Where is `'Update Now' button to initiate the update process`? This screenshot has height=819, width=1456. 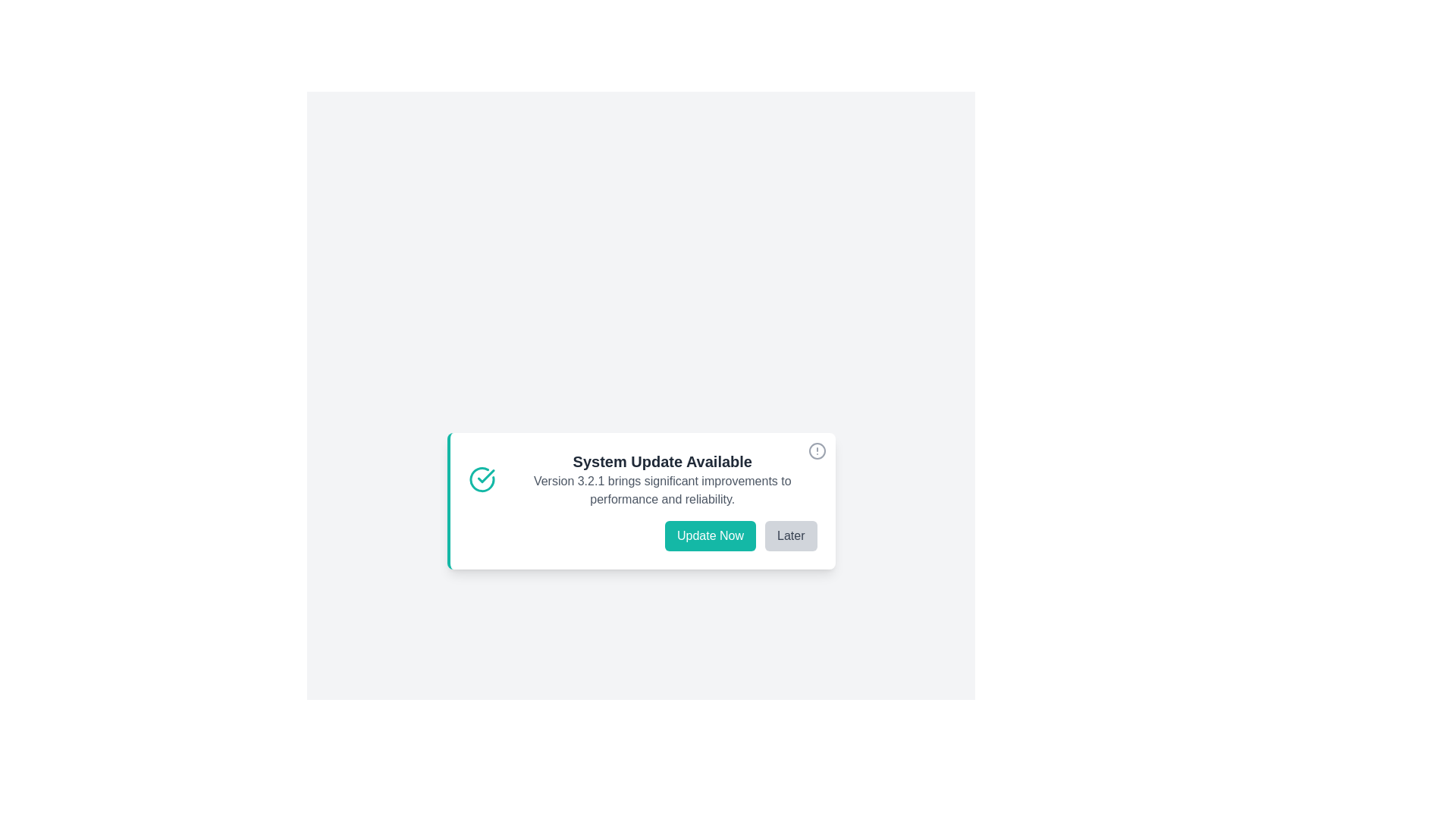 'Update Now' button to initiate the update process is located at coordinates (709, 535).